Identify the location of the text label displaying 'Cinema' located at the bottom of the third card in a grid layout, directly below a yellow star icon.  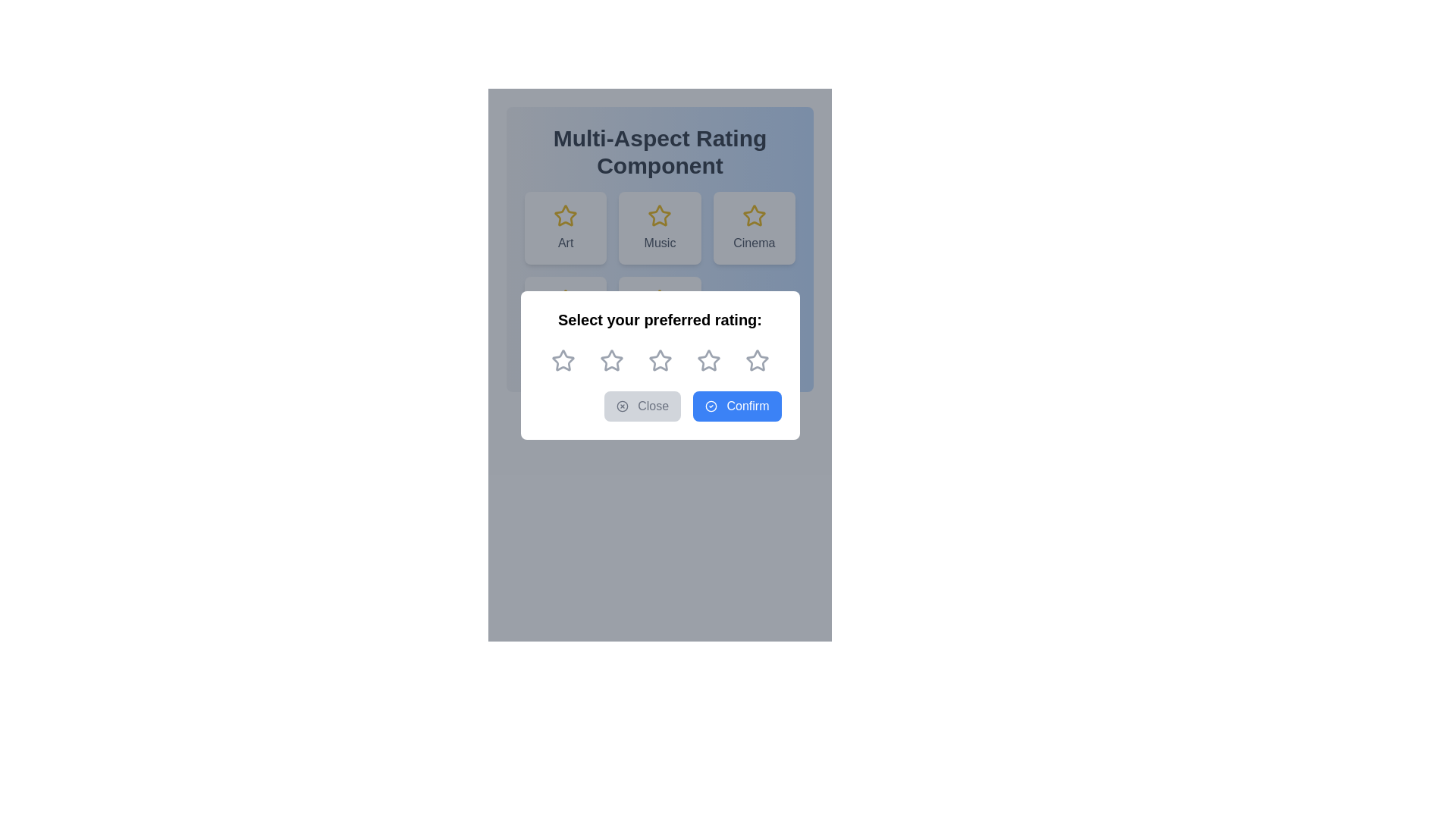
(754, 242).